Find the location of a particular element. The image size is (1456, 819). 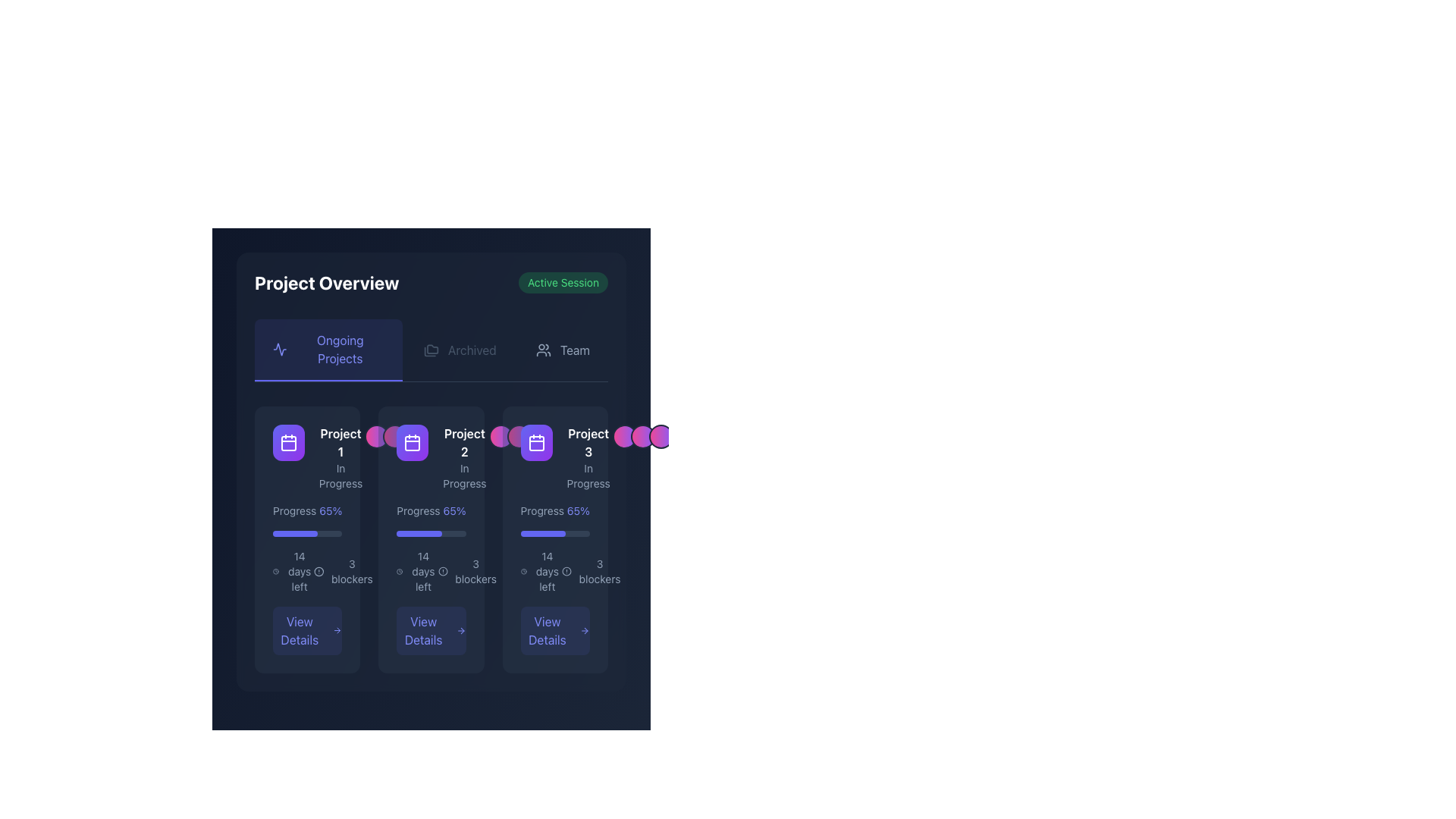

the informational text label indicating the remaining time for the task or project located within the 'Project 2' card, below the progress bar, and to the left of '3 blockers' is located at coordinates (423, 571).